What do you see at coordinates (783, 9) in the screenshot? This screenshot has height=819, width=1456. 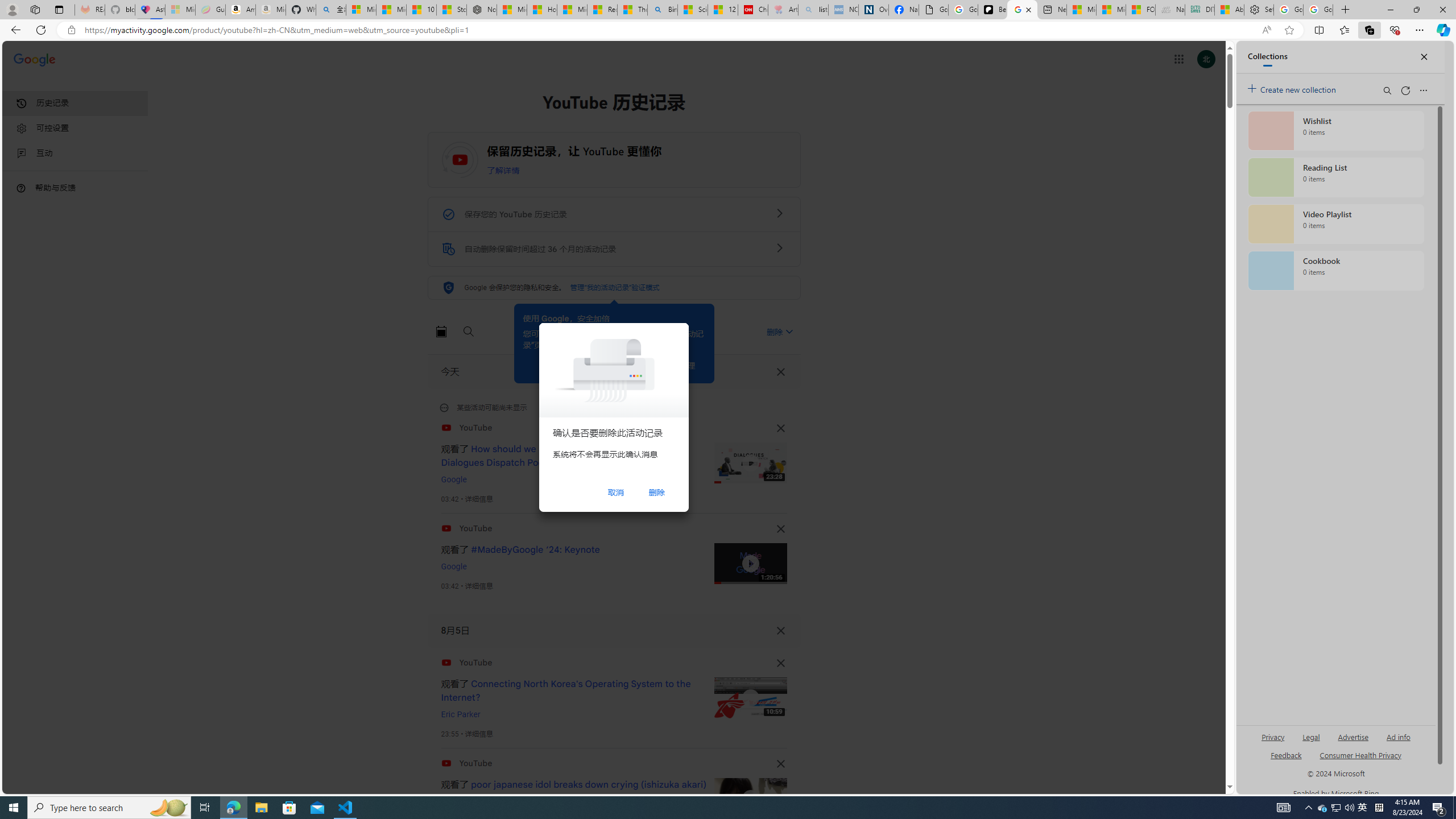 I see `'Arthritis: Ask Health Professionals - Sleeping'` at bounding box center [783, 9].